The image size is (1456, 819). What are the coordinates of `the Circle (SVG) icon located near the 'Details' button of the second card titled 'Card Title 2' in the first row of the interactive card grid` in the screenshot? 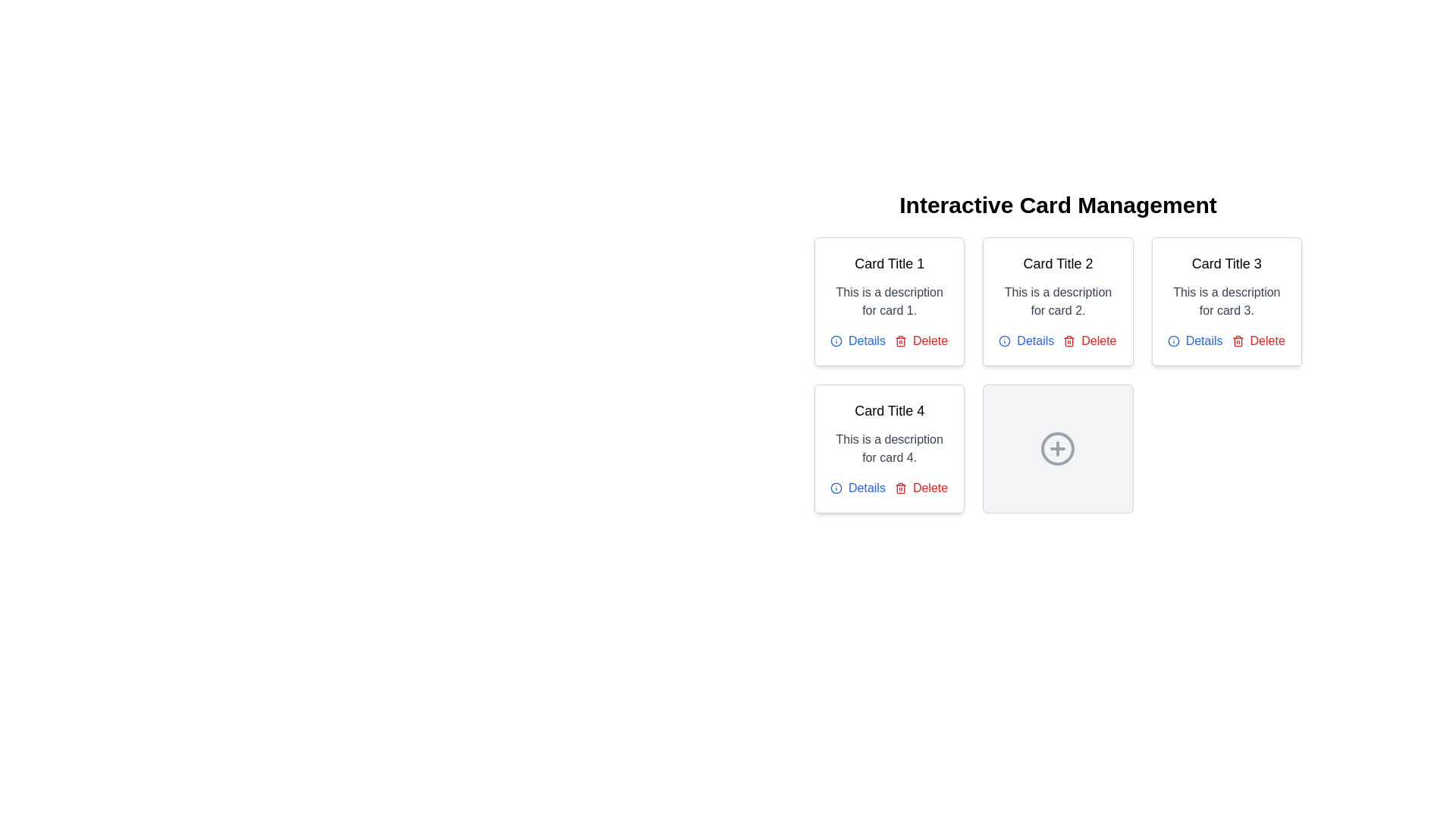 It's located at (1005, 341).